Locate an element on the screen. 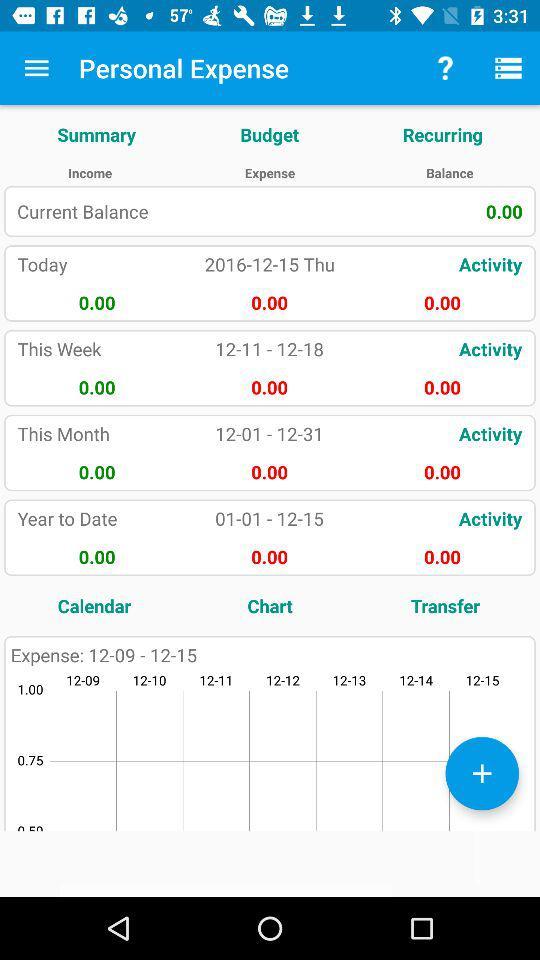  more elements is located at coordinates (481, 772).